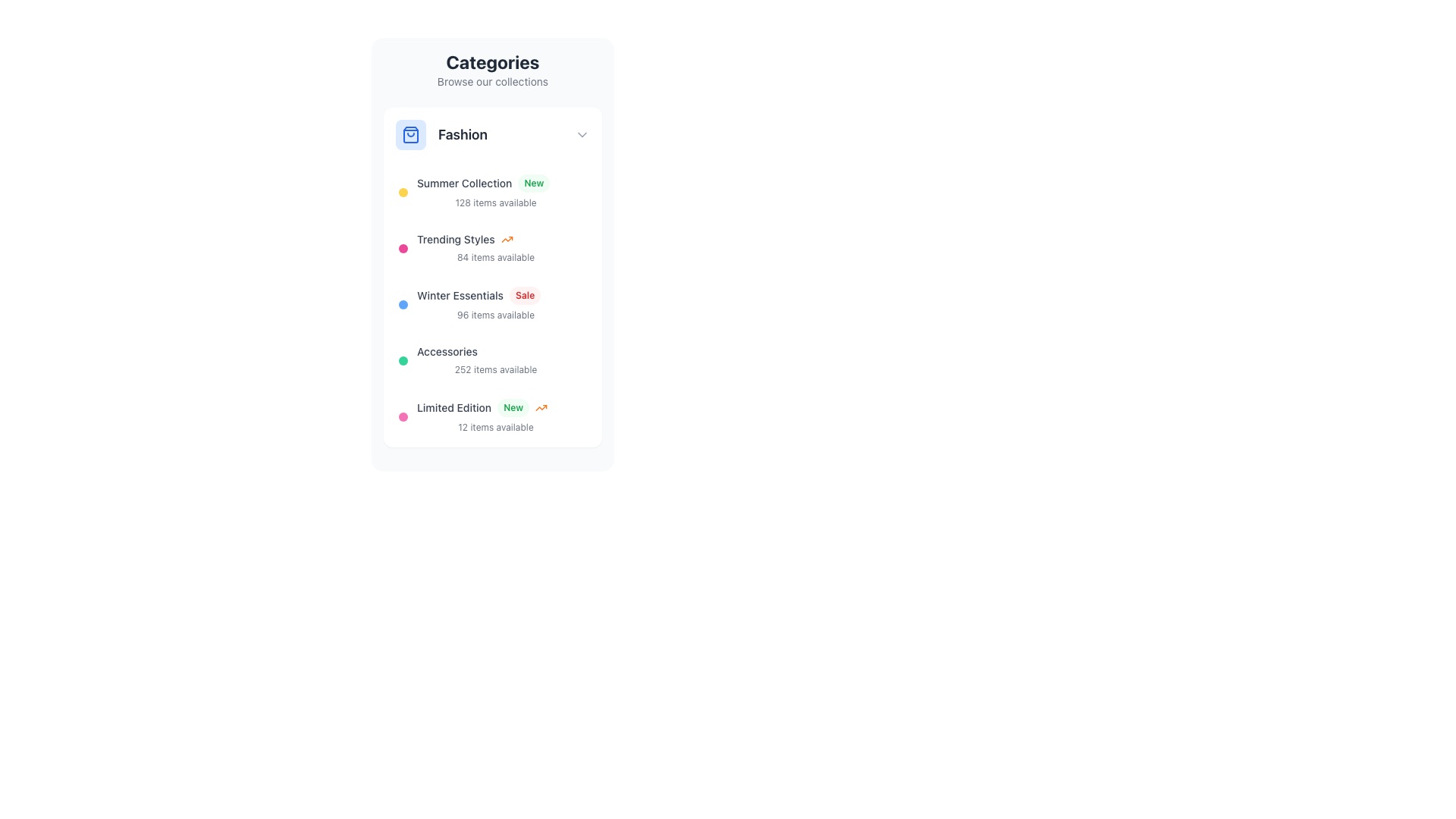 Image resolution: width=1456 pixels, height=819 pixels. What do you see at coordinates (495, 427) in the screenshot?
I see `the text label displaying the number of items available in the 'Limited Edition' category, located directly below the 'Limited Edition' text and alongside the 'New' badge and trending icon` at bounding box center [495, 427].